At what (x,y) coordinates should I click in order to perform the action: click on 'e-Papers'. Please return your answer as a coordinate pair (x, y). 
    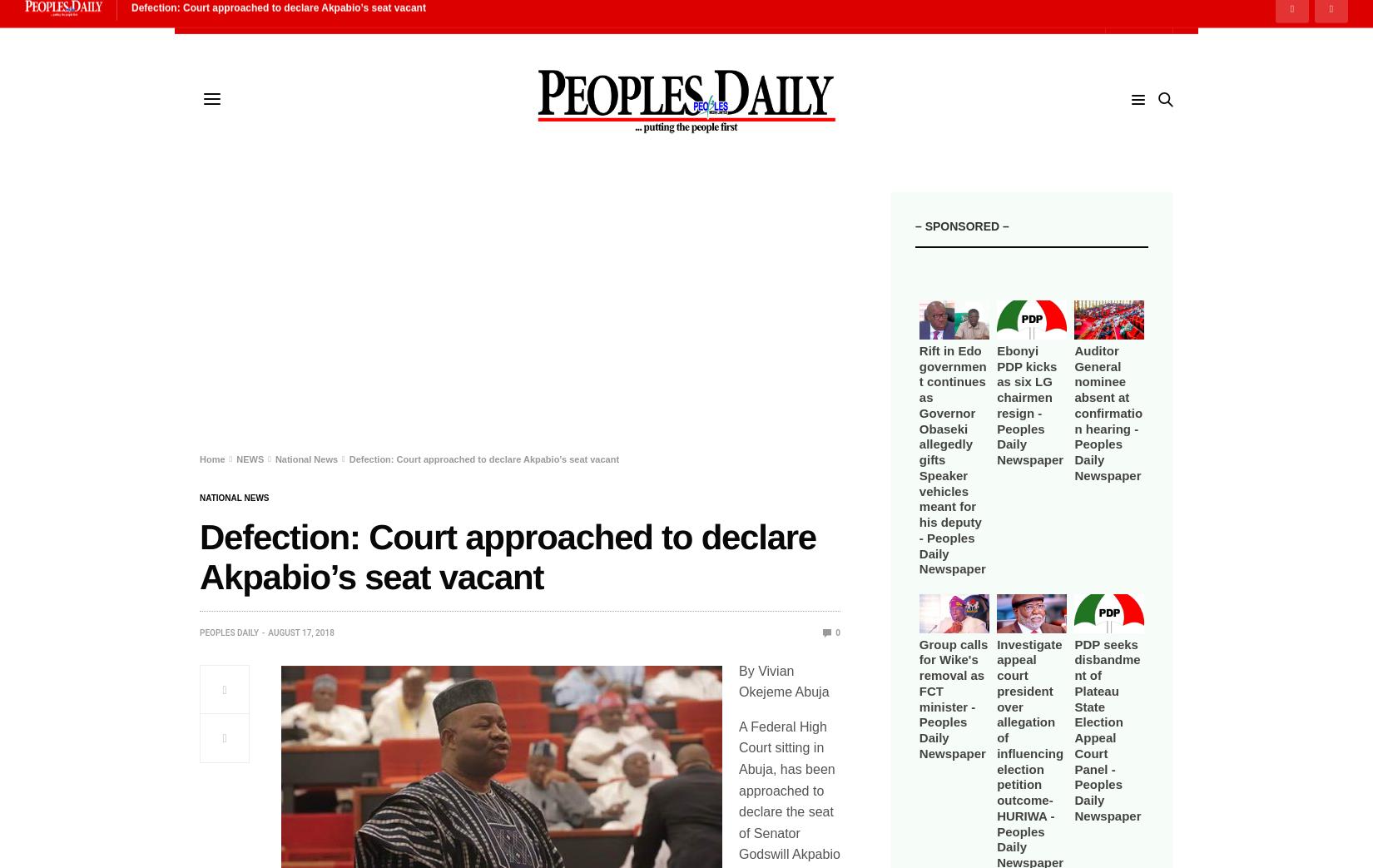
    Looking at the image, I should click on (291, 16).